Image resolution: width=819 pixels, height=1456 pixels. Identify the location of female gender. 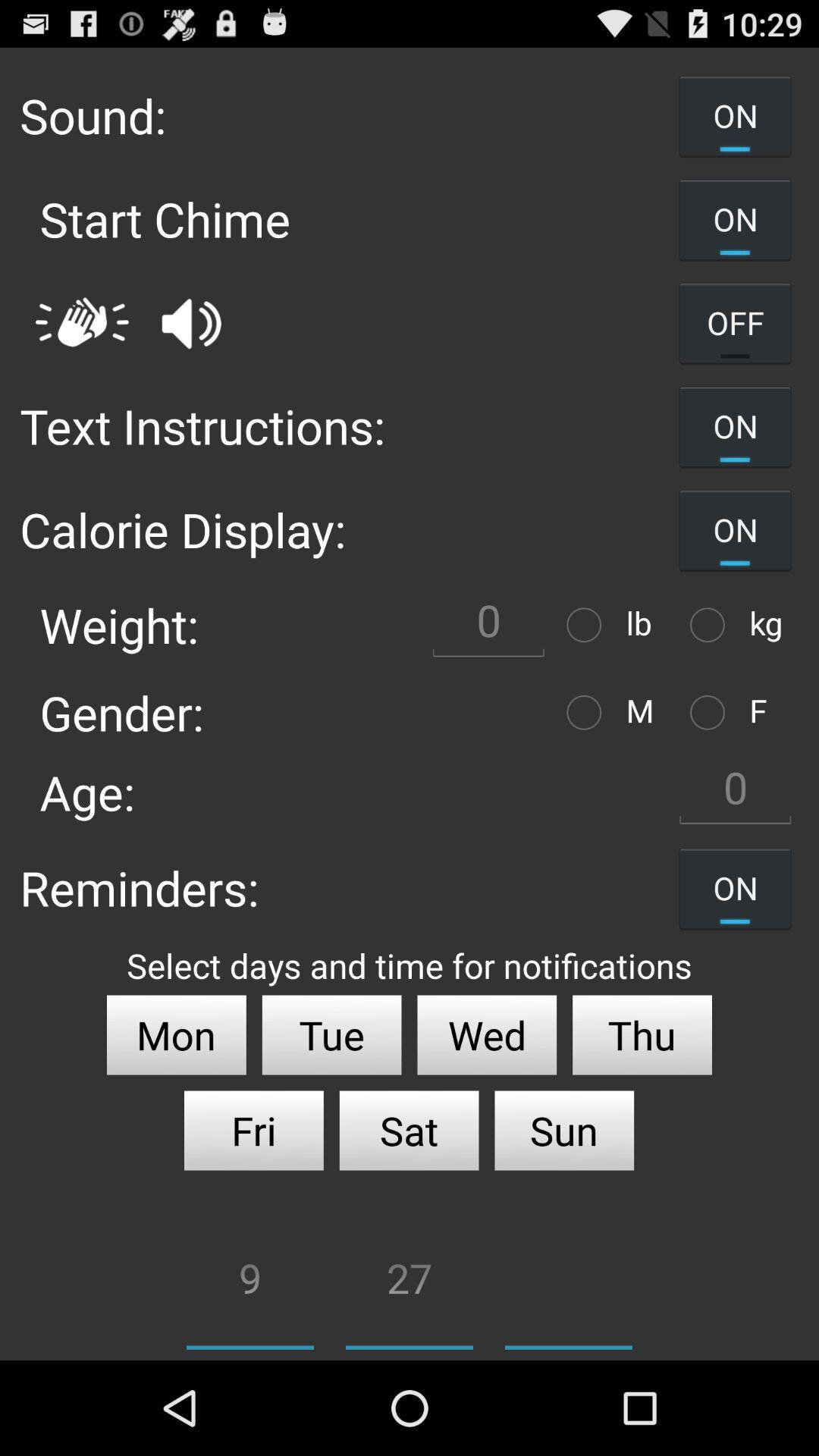
(711, 711).